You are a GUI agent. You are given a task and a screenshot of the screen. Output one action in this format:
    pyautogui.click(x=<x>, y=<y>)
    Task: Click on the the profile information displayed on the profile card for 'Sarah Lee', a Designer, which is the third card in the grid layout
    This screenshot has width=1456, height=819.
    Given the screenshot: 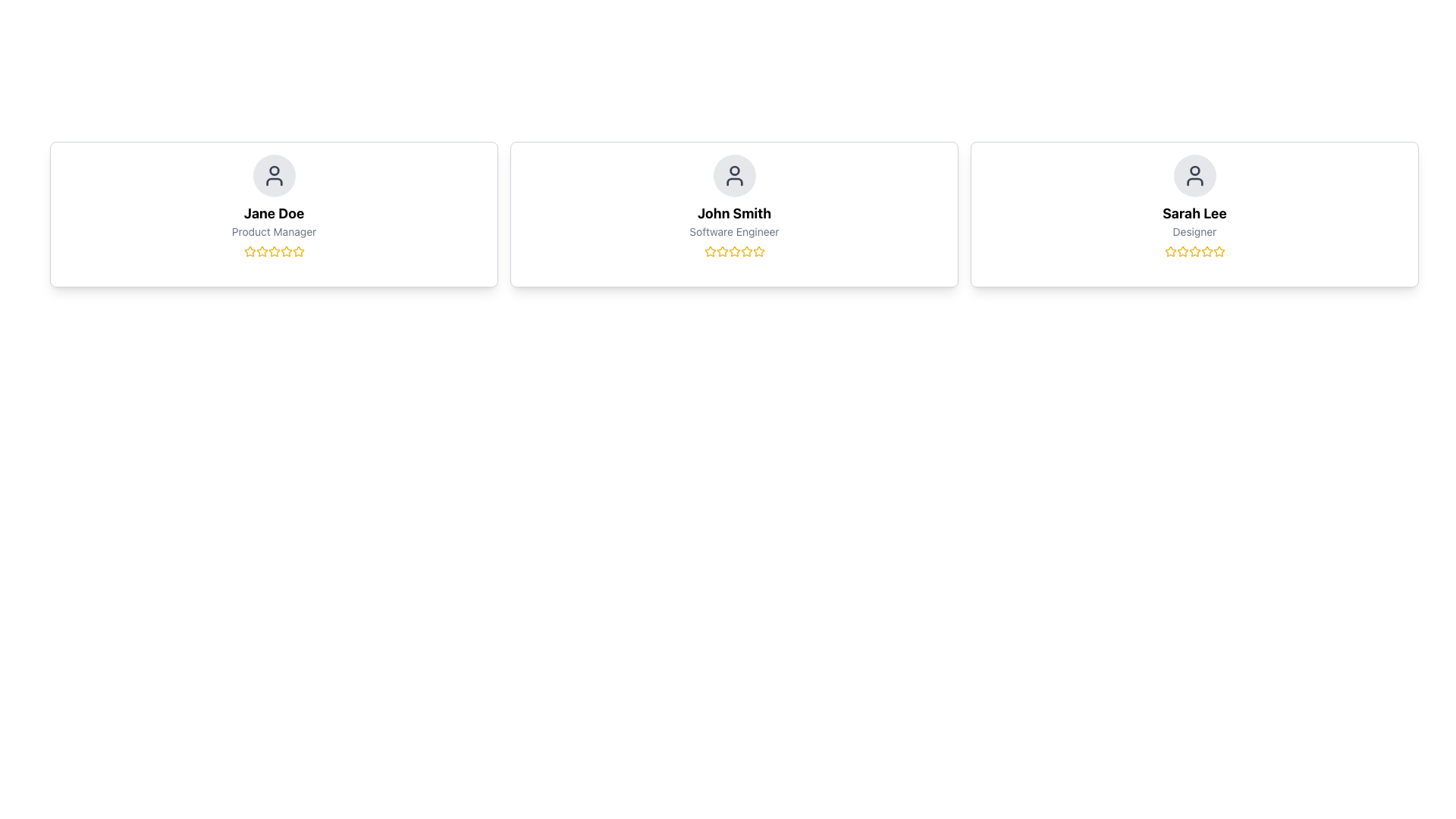 What is the action you would take?
    pyautogui.click(x=1194, y=214)
    